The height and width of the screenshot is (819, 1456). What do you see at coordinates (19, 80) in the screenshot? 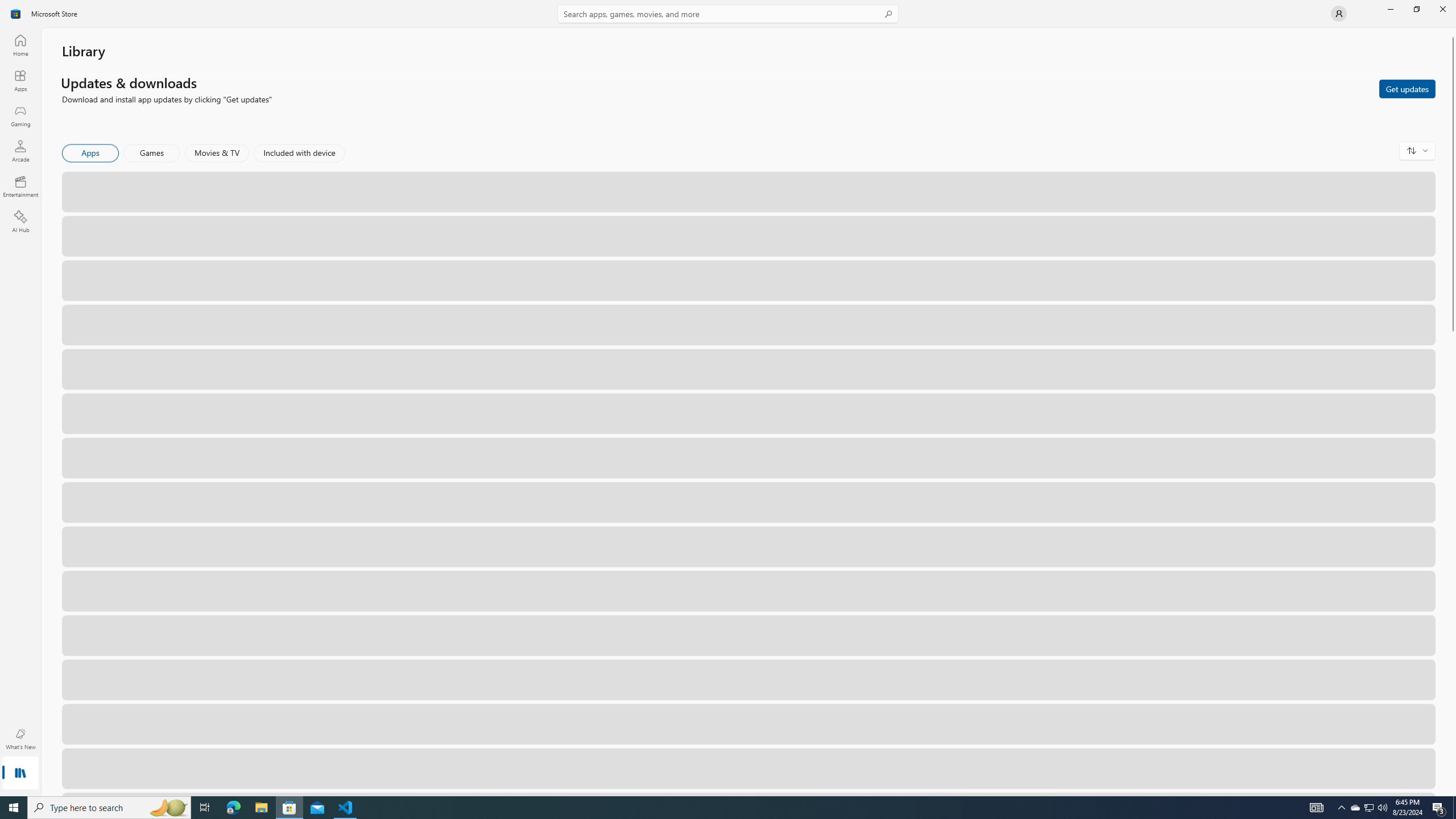
I see `'Apps'` at bounding box center [19, 80].